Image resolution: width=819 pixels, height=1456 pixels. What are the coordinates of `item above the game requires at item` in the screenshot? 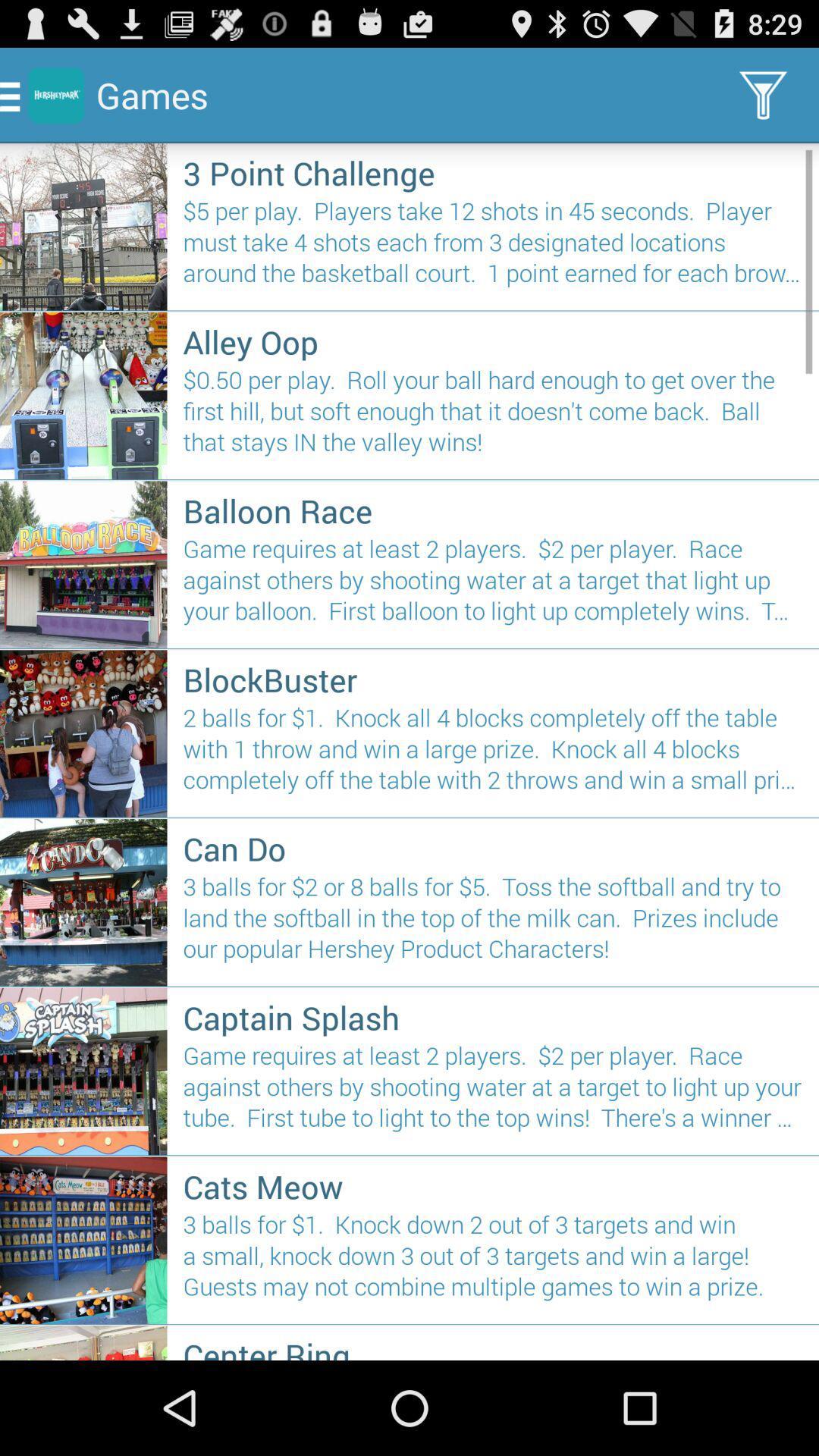 It's located at (493, 1017).